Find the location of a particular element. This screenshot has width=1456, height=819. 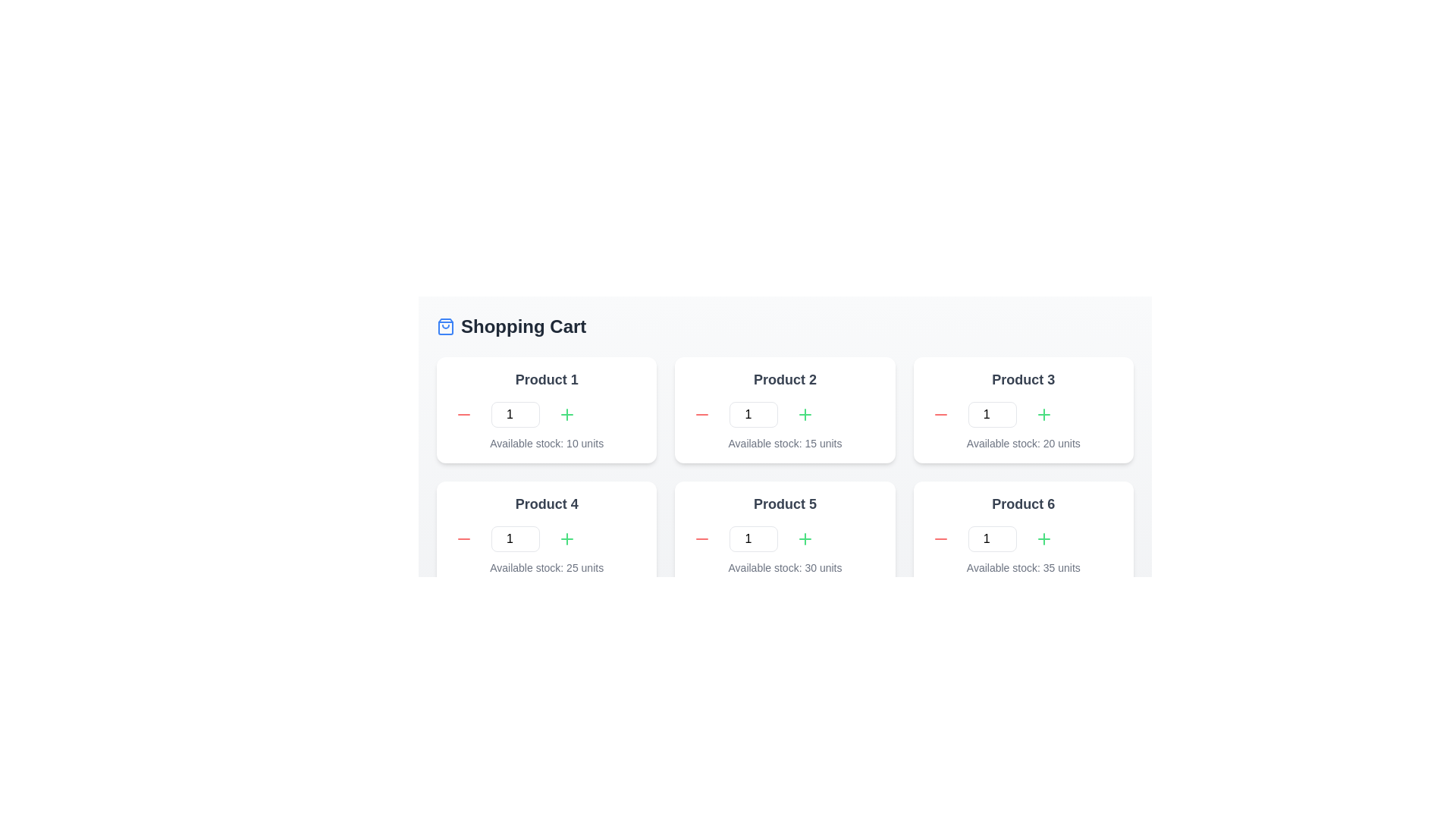

the increment button located in the bottom-right corner of the card labeled 'Product 6' is located at coordinates (1043, 538).